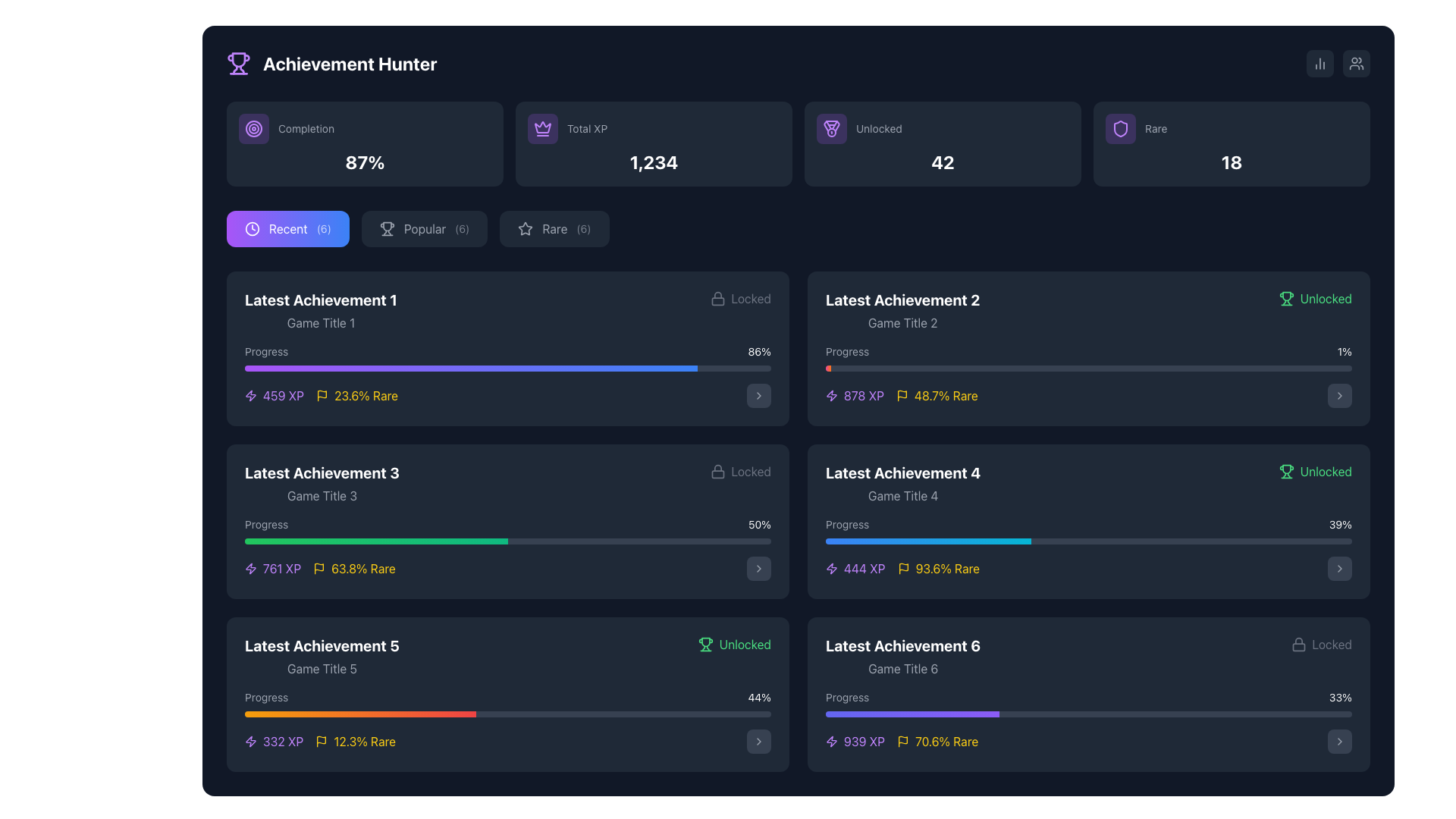  Describe the element at coordinates (902, 309) in the screenshot. I see `the text label displaying 'Latest Achievement 2' and 'Game Title 2' in the second column of the first row under the 'Recent' tab` at that location.